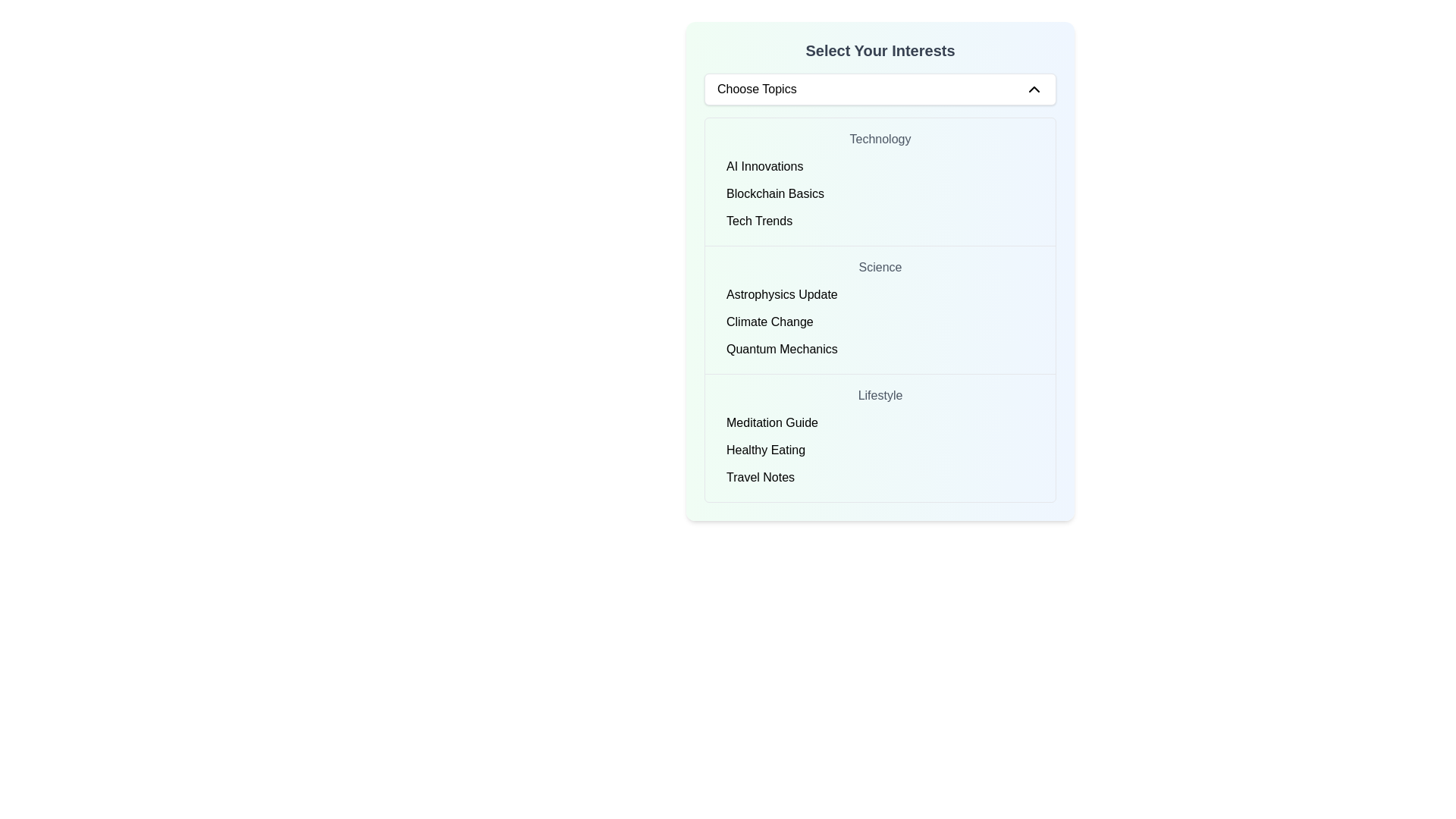 The height and width of the screenshot is (819, 1456). What do you see at coordinates (770, 321) in the screenshot?
I see `the 'Climate Change' text label, which is displayed in black font on a white background, located within the 'Science' category list` at bounding box center [770, 321].